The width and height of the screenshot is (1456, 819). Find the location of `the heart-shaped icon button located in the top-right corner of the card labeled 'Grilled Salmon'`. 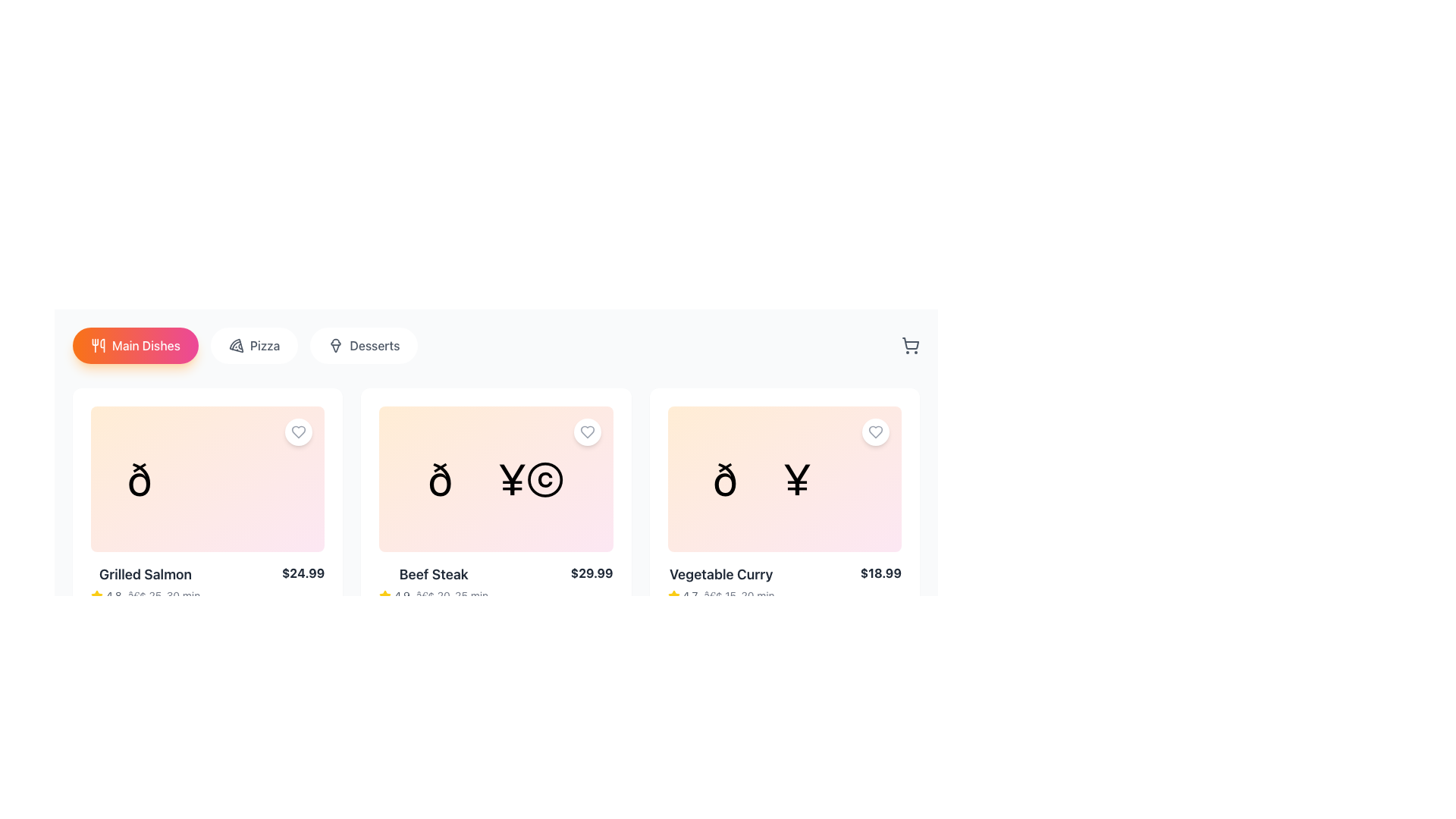

the heart-shaped icon button located in the top-right corner of the card labeled 'Grilled Salmon' is located at coordinates (299, 432).